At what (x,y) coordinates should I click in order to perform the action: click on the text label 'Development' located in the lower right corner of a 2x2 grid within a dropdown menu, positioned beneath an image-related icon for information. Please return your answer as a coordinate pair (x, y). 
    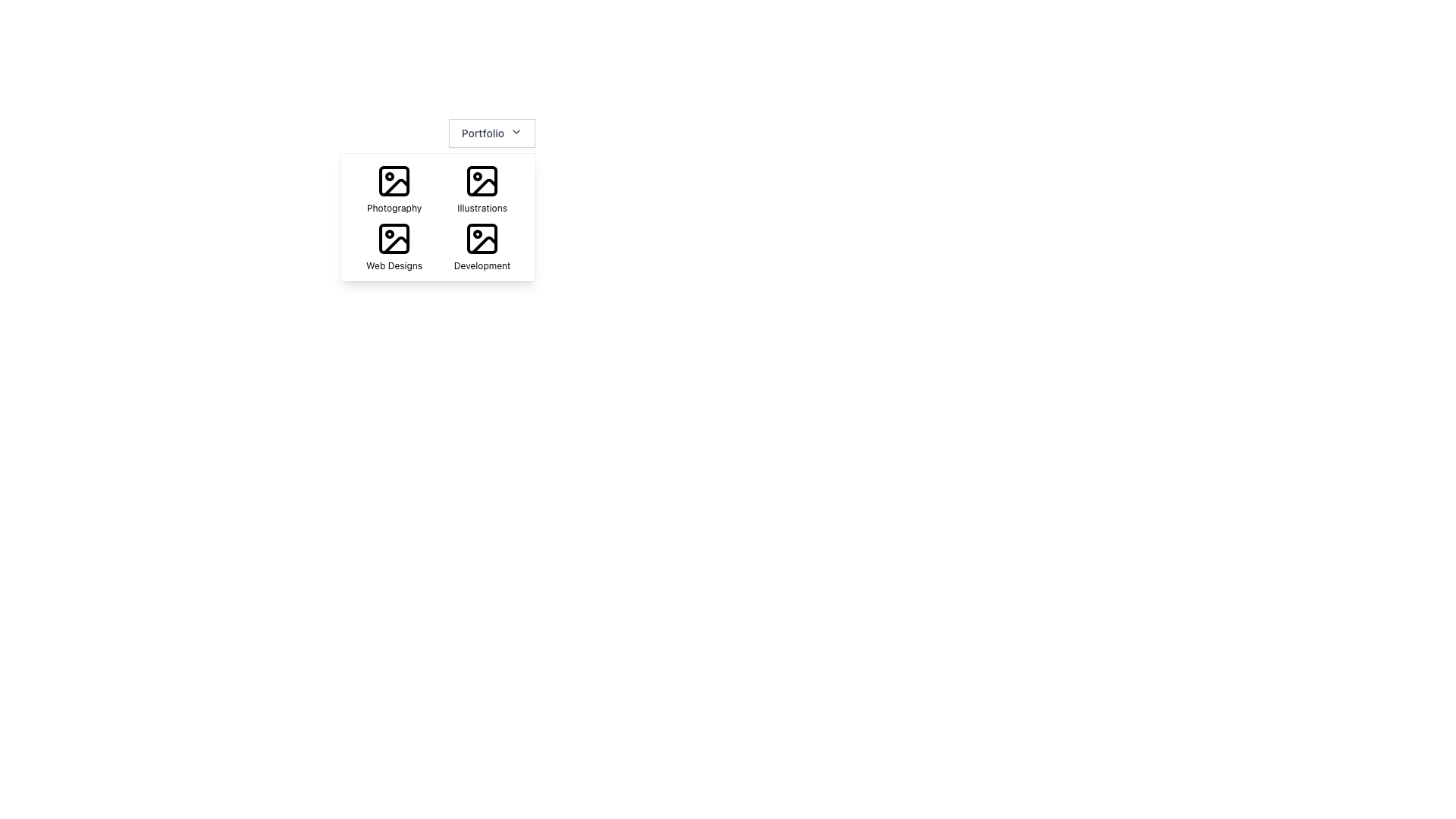
    Looking at the image, I should click on (482, 265).